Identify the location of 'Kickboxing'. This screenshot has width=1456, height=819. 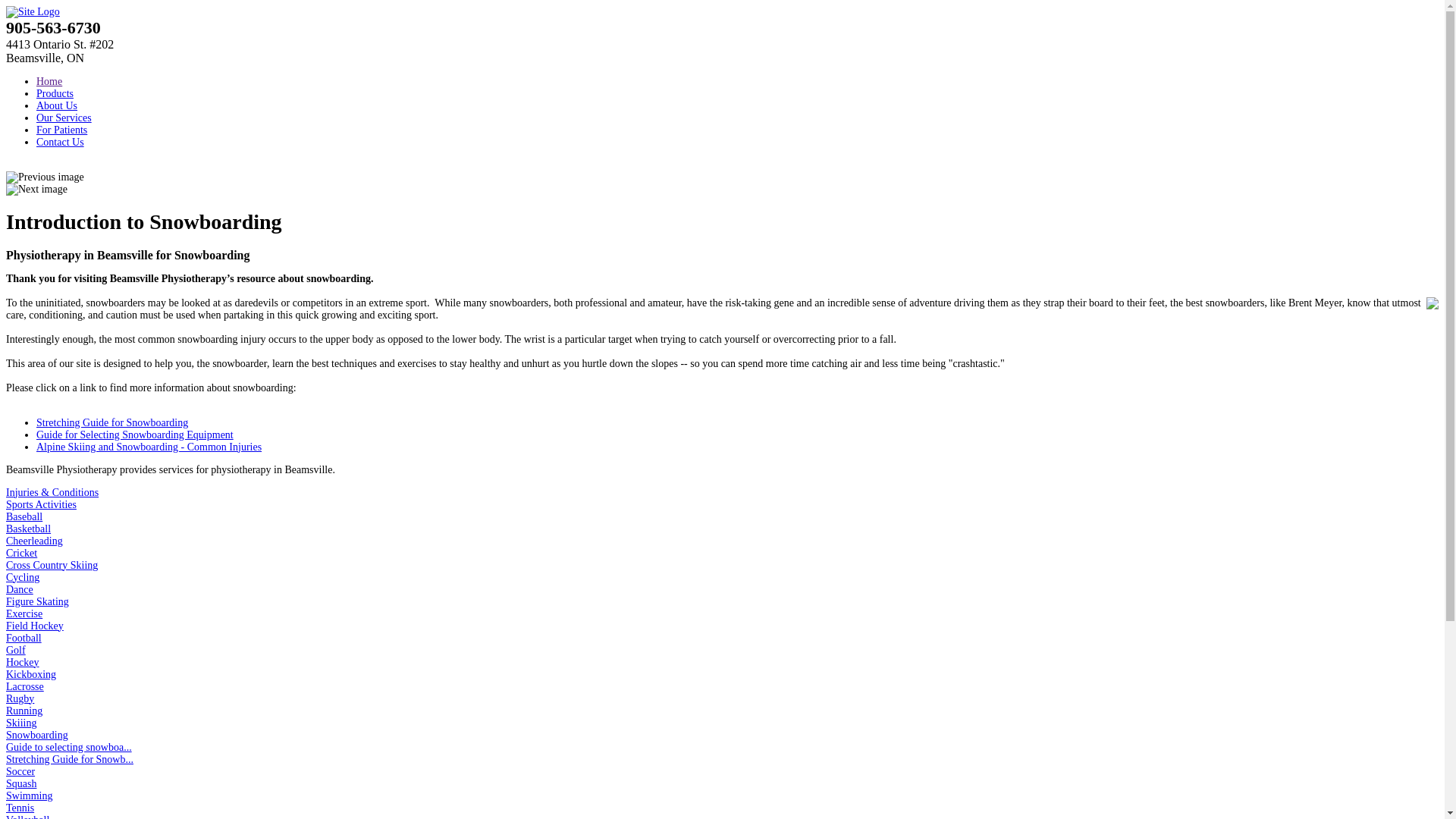
(6, 673).